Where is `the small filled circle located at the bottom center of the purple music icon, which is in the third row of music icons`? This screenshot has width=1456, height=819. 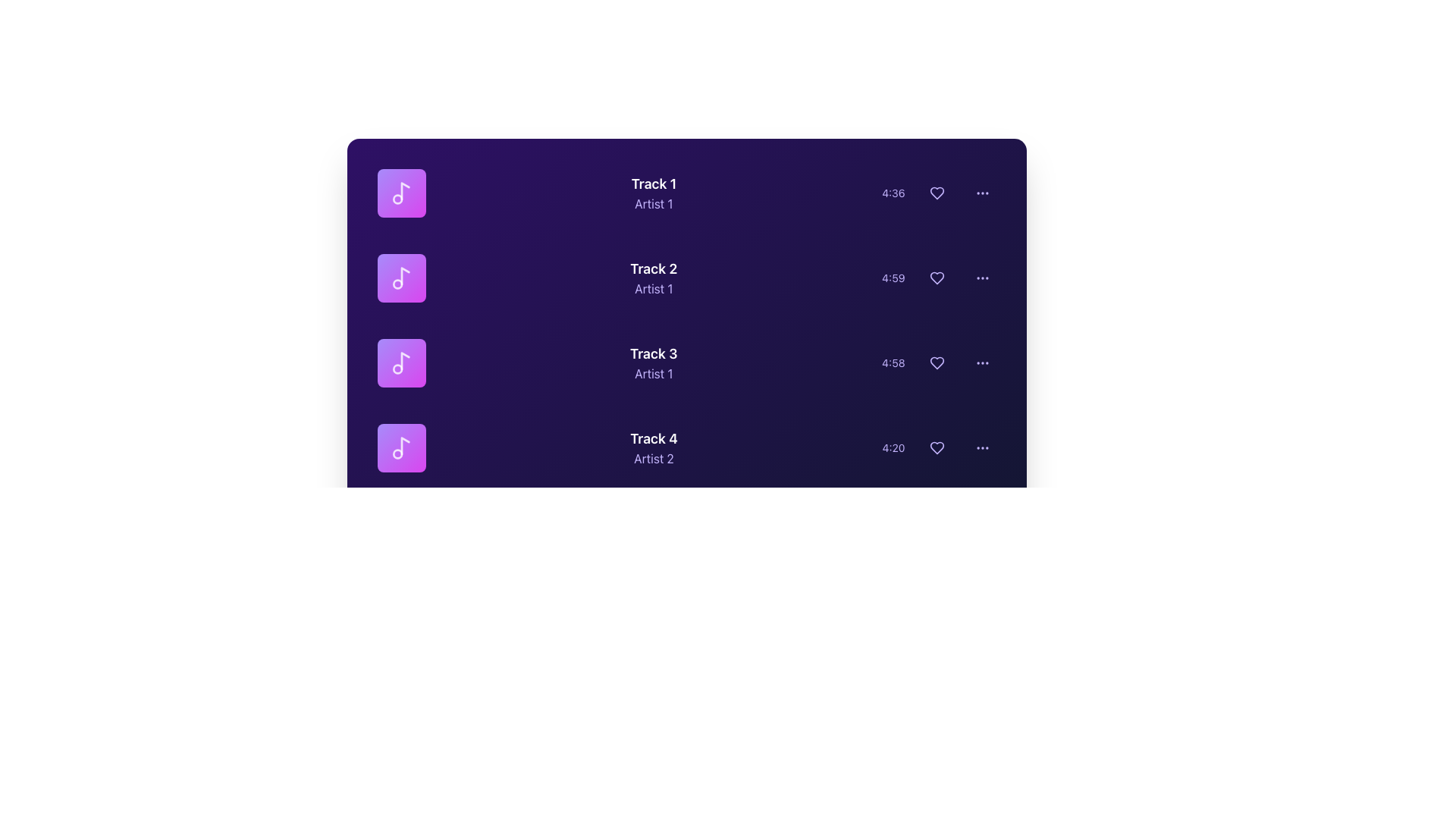 the small filled circle located at the bottom center of the purple music icon, which is in the third row of music icons is located at coordinates (397, 369).